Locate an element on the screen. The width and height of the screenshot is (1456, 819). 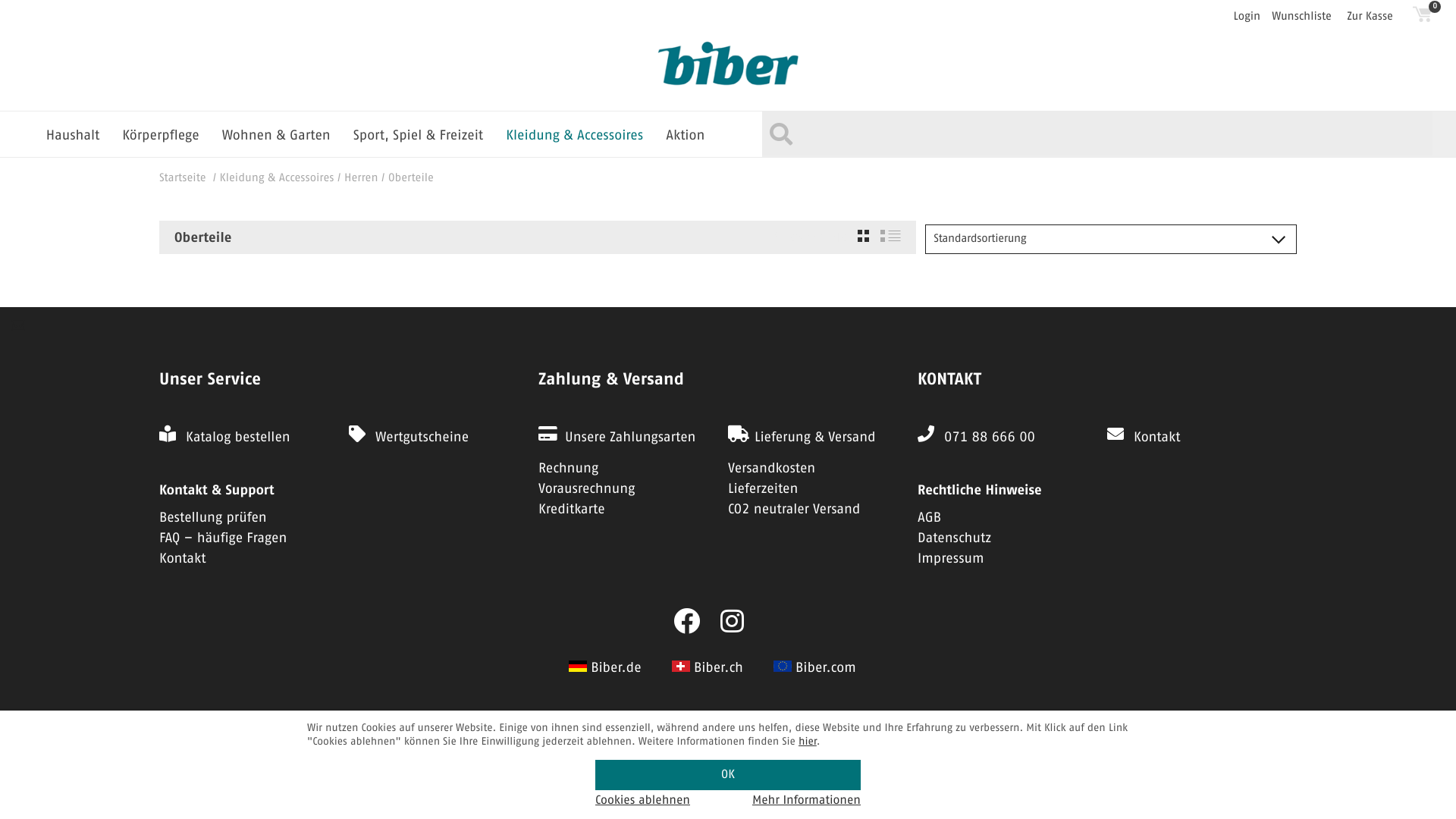
'Wohnen & Garten' is located at coordinates (276, 134).